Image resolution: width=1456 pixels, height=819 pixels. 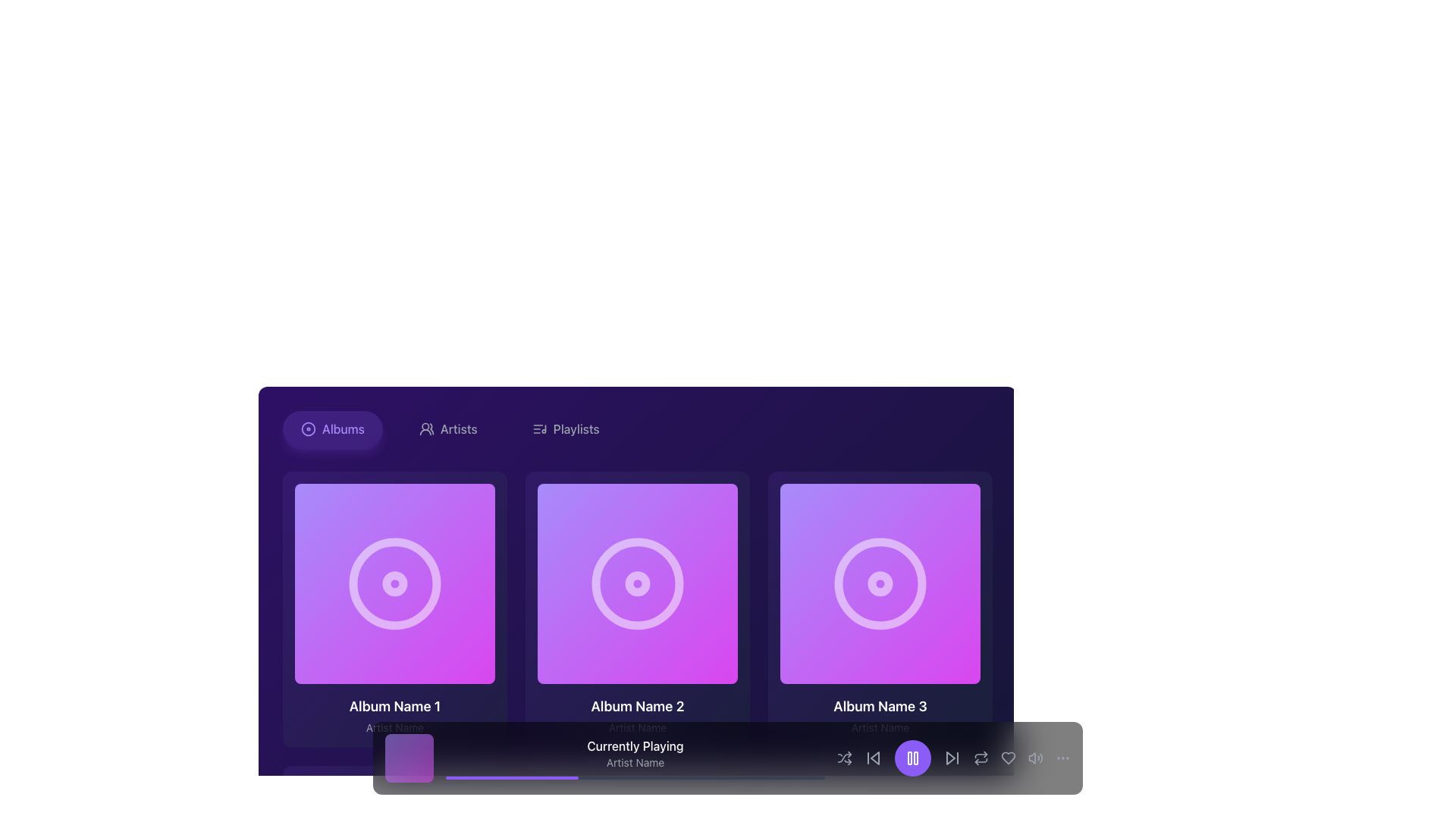 I want to click on the triangular play icon, which is white and located within the circular purple album artwork on the second album card labeled 'Album Name 2', so click(x=639, y=583).